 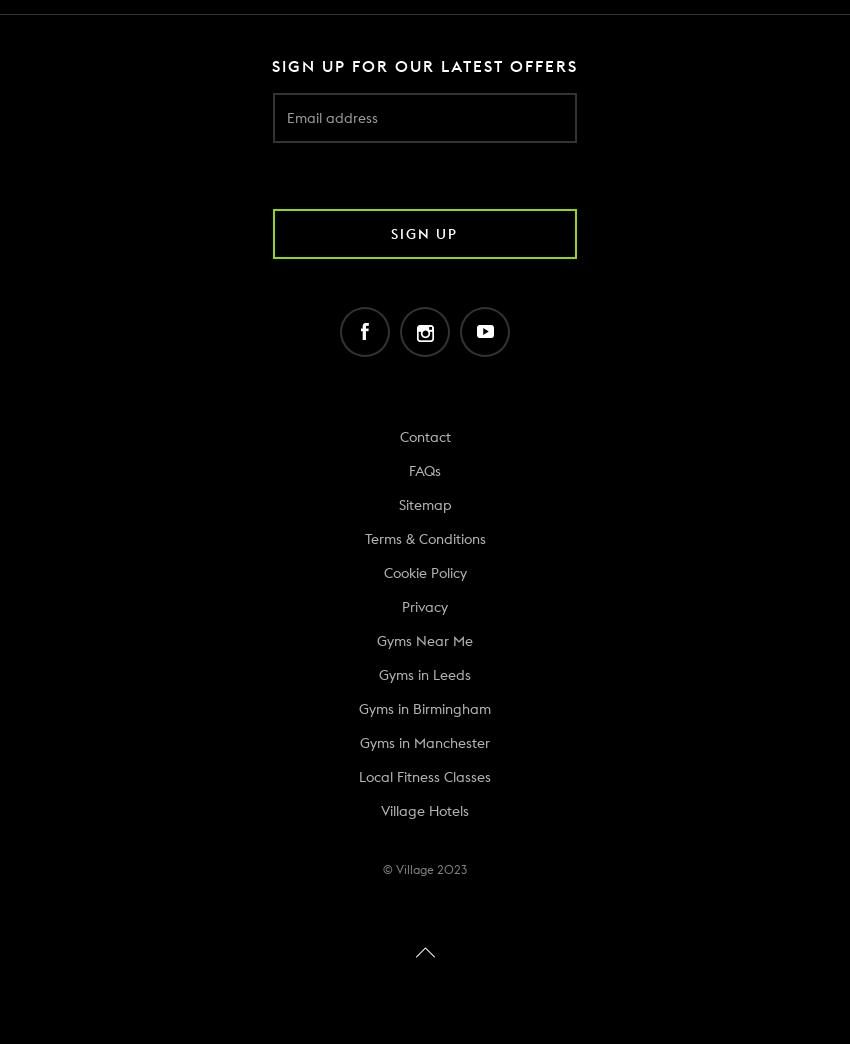 I want to click on 'Privacy', so click(x=425, y=606).